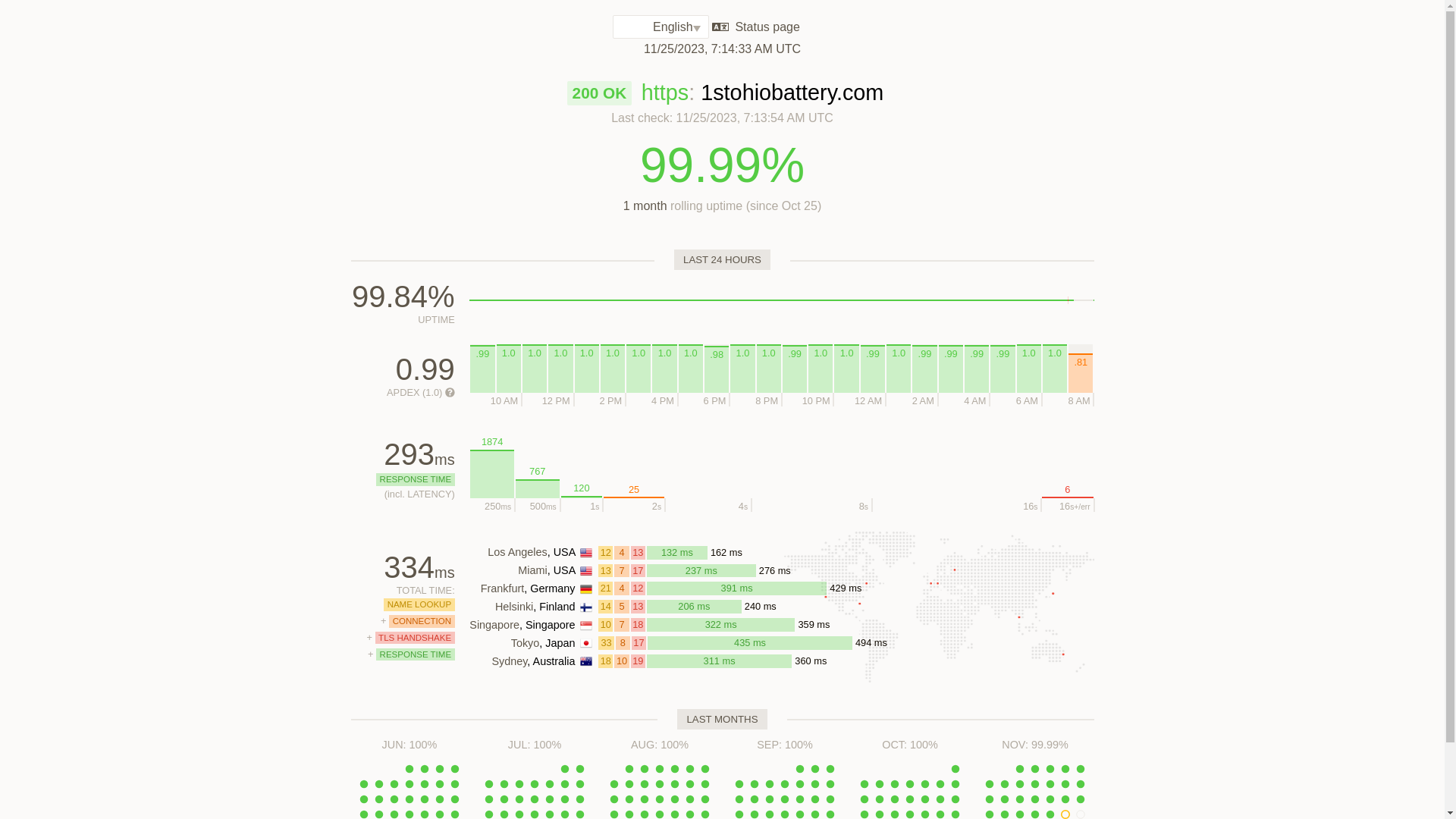  Describe the element at coordinates (548, 798) in the screenshot. I see `'<small>Jul 14:</small> No downtime'` at that location.